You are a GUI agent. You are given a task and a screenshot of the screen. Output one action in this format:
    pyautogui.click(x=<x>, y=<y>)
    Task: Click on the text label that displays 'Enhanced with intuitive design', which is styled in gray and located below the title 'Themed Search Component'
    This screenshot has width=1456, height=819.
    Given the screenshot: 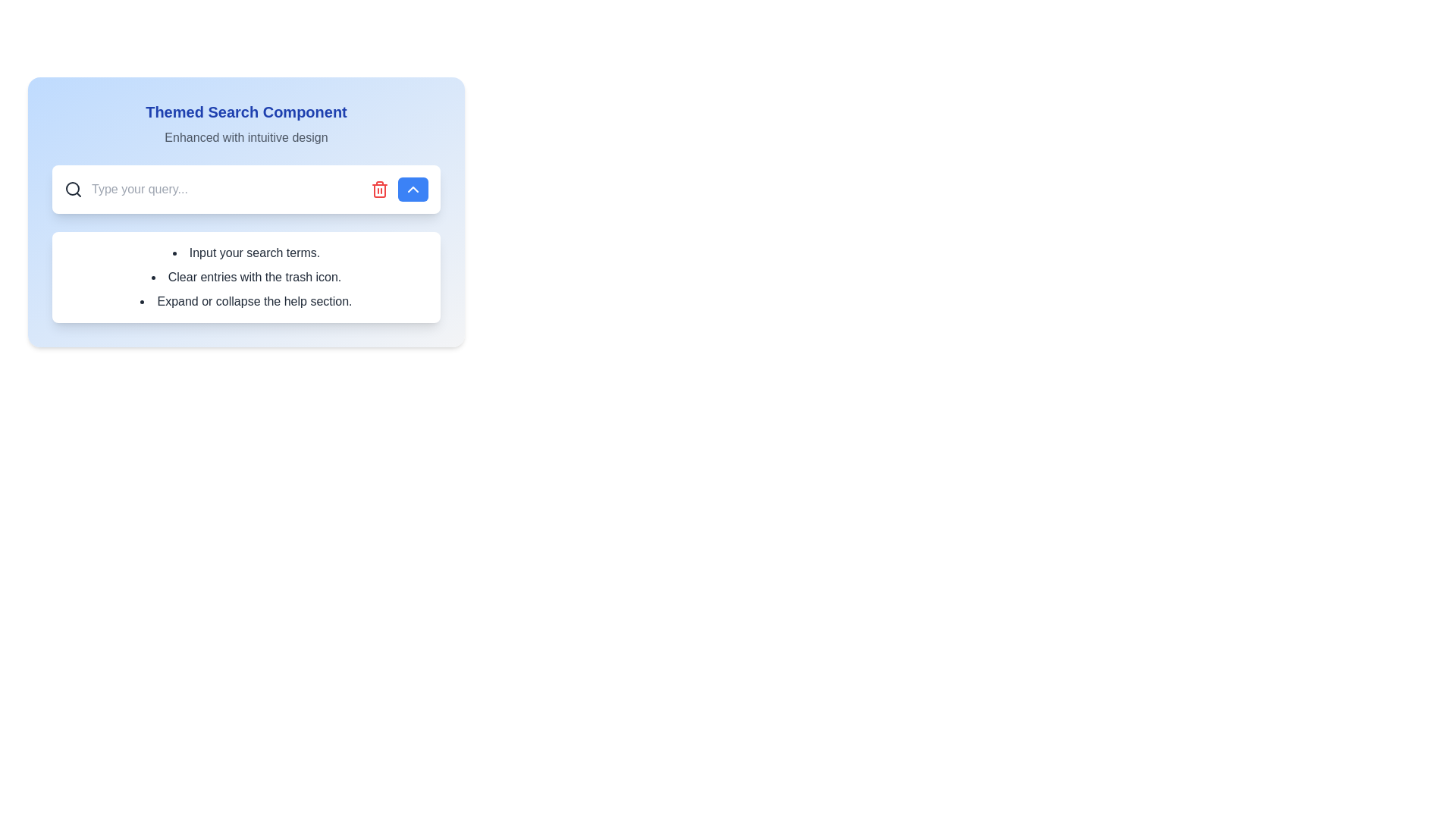 What is the action you would take?
    pyautogui.click(x=246, y=137)
    